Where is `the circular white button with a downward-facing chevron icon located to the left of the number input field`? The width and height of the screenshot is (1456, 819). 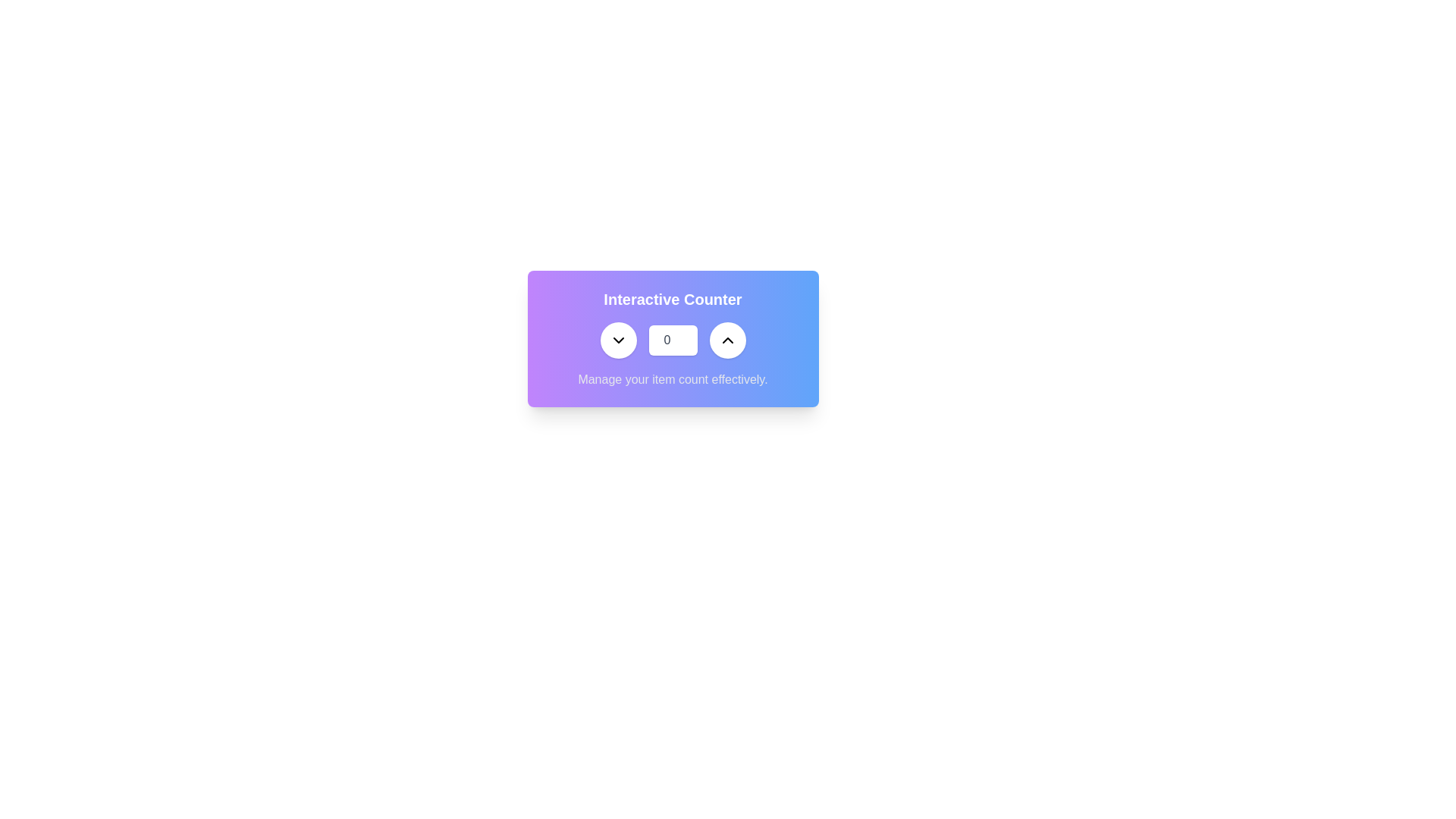 the circular white button with a downward-facing chevron icon located to the left of the number input field is located at coordinates (618, 339).